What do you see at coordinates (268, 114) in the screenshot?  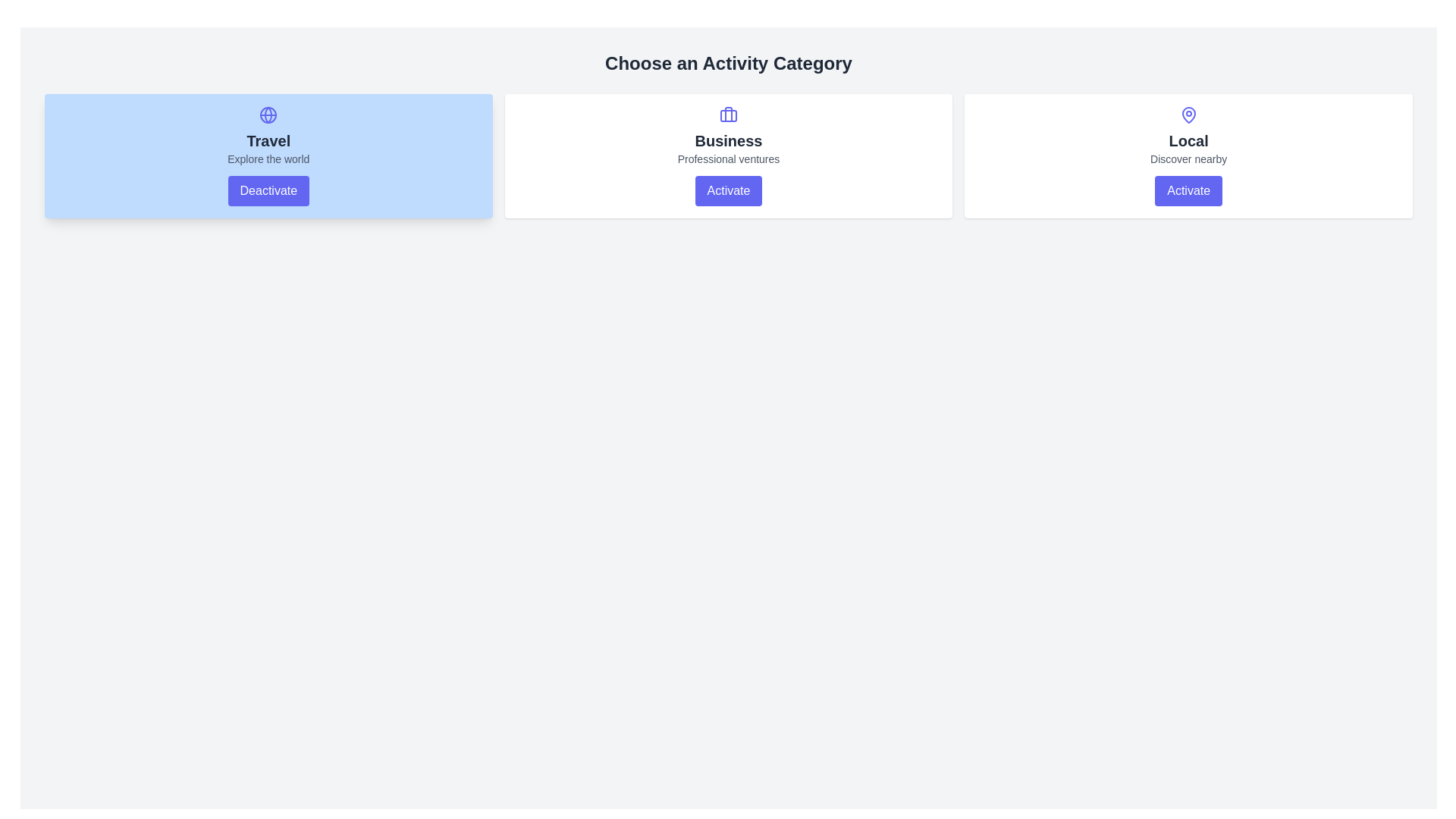 I see `the circular globe icon with indigo-blue color located at the top center of the 'Travel' category card, which displays the title 'Travel'` at bounding box center [268, 114].